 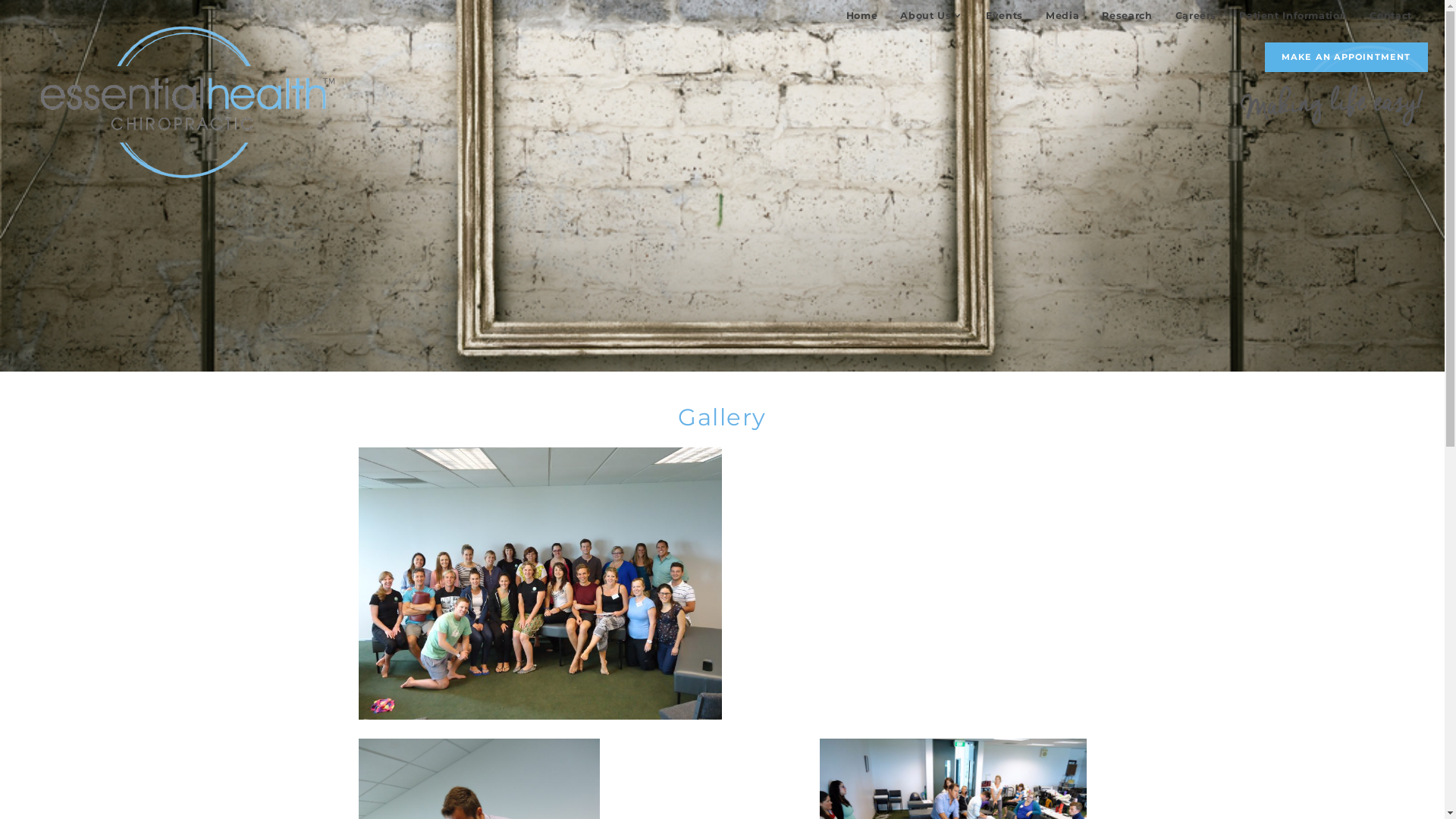 I want to click on 'Media', so click(x=1062, y=14).